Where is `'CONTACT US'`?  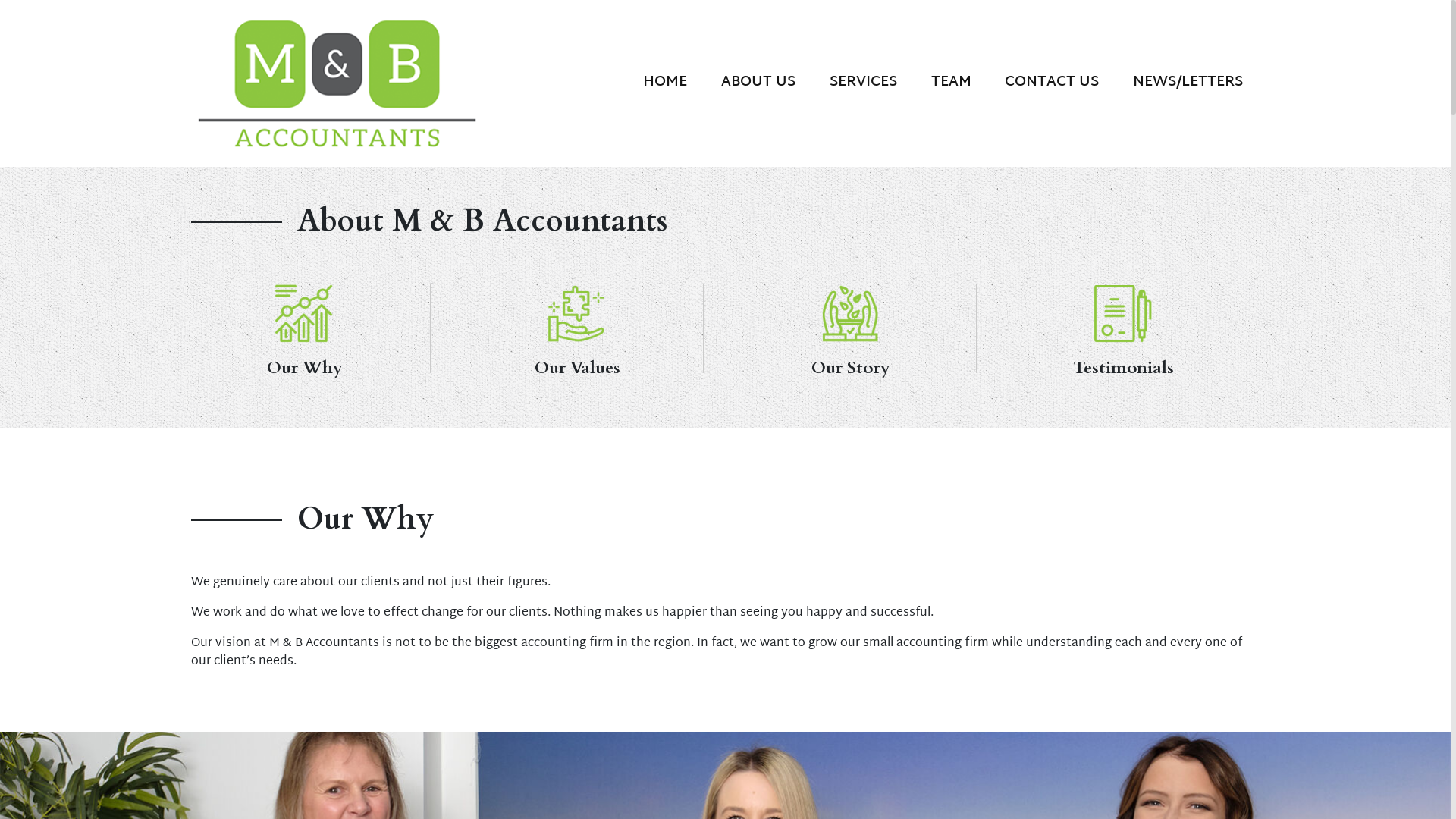
'CONTACT US' is located at coordinates (987, 81).